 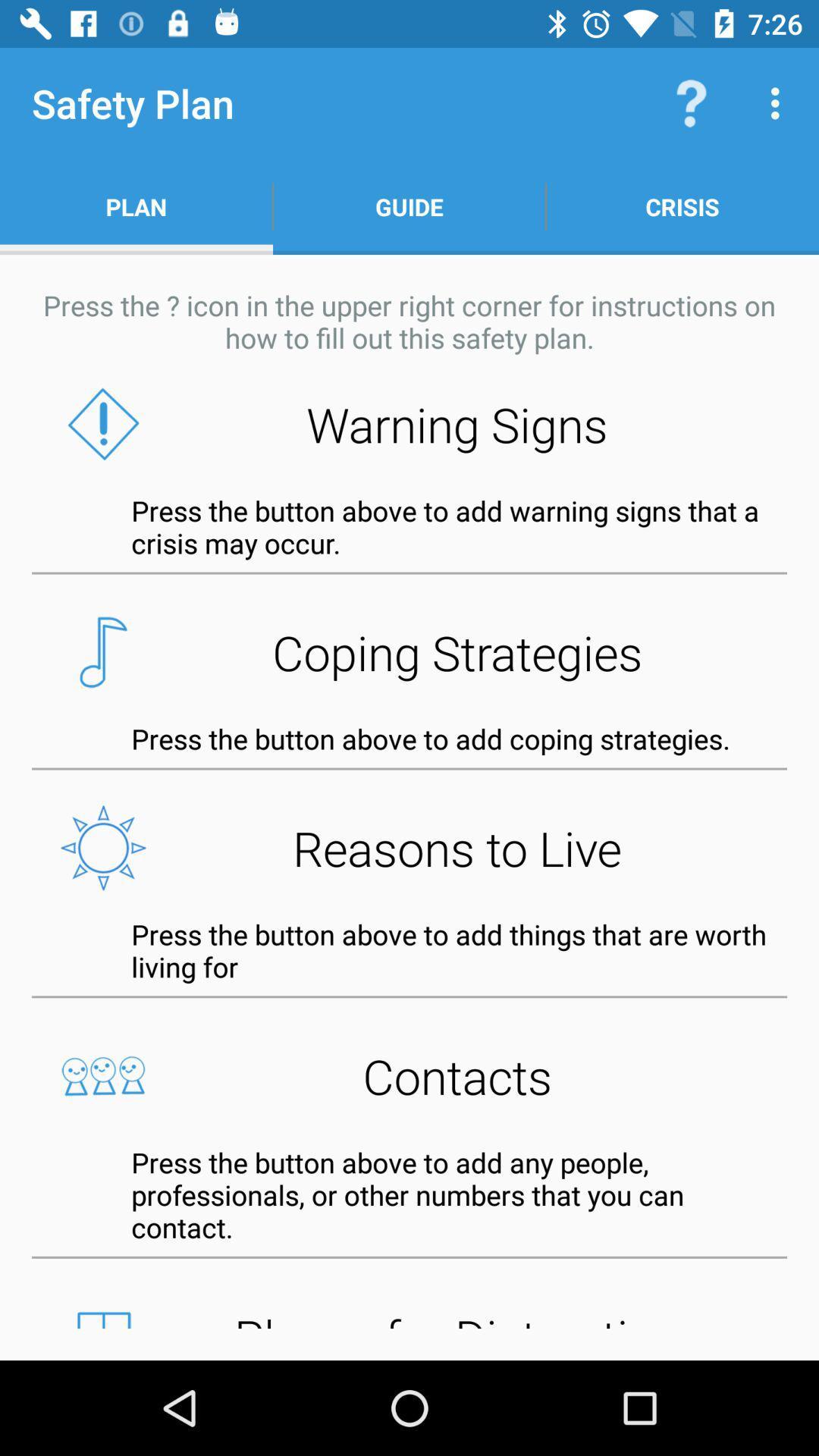 I want to click on contacts icon, so click(x=409, y=1075).